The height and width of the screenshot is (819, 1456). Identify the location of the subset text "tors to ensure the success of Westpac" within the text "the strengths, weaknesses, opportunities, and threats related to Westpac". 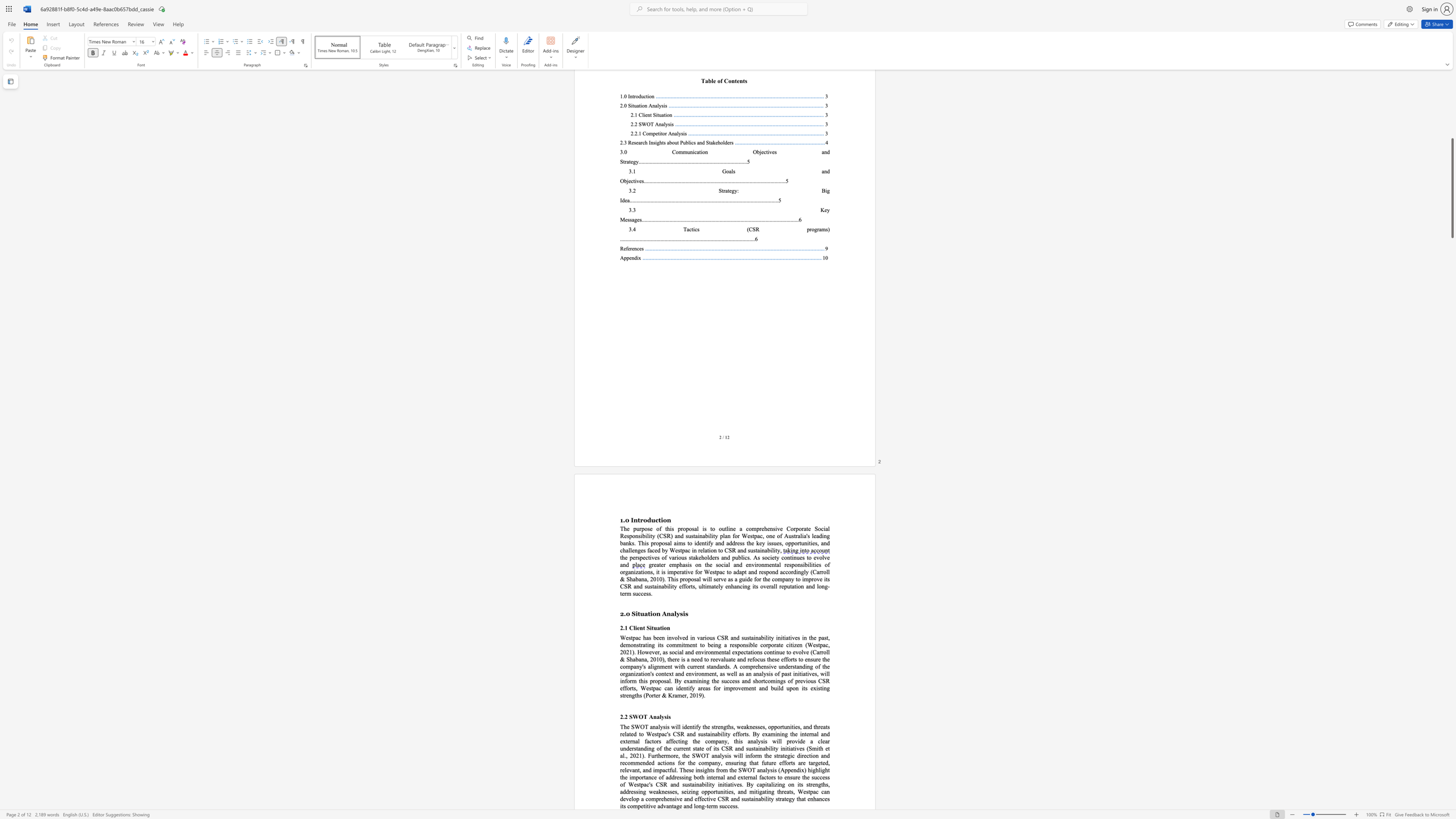
(765, 777).